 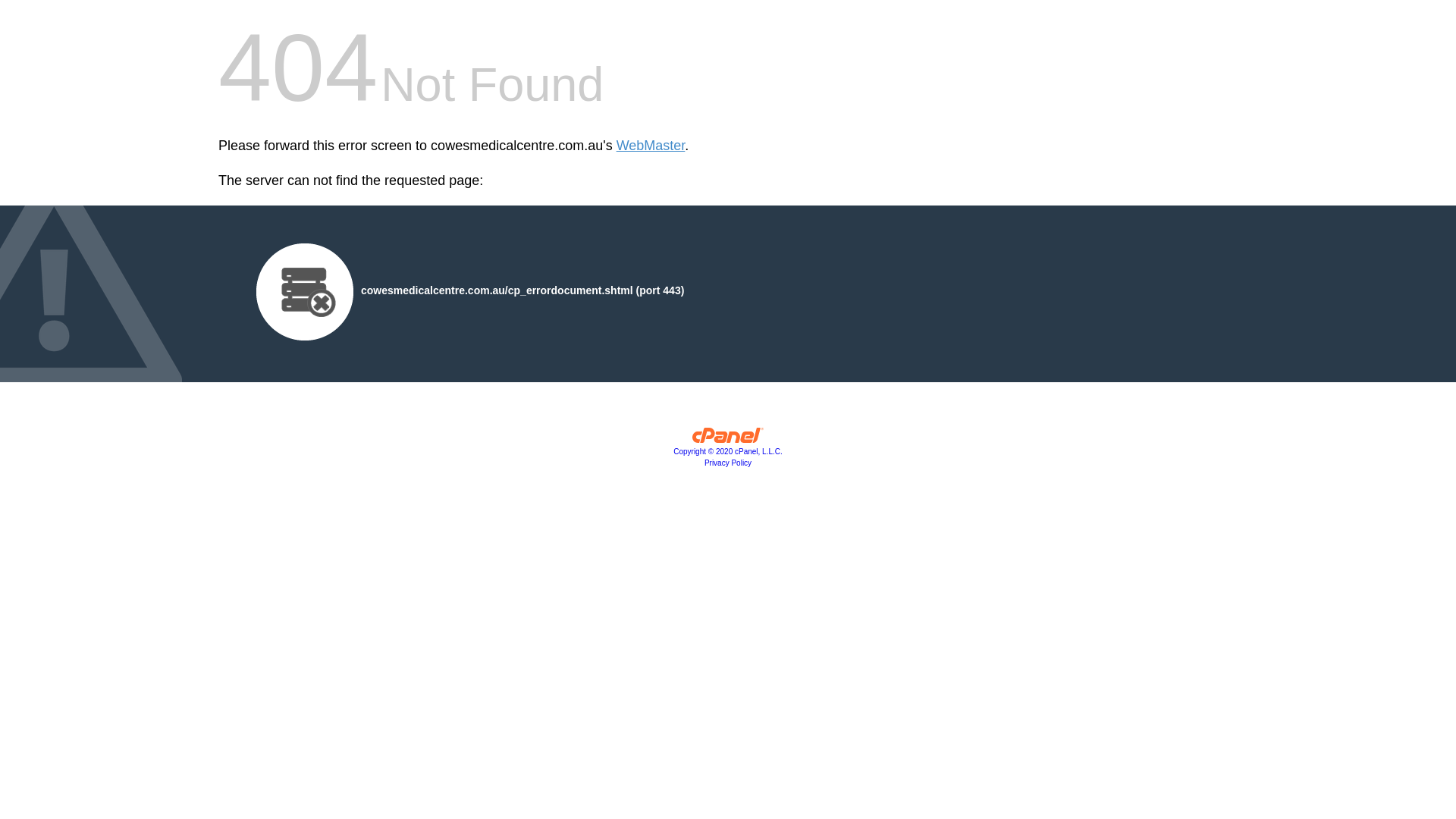 What do you see at coordinates (651, 146) in the screenshot?
I see `'WebMaster'` at bounding box center [651, 146].